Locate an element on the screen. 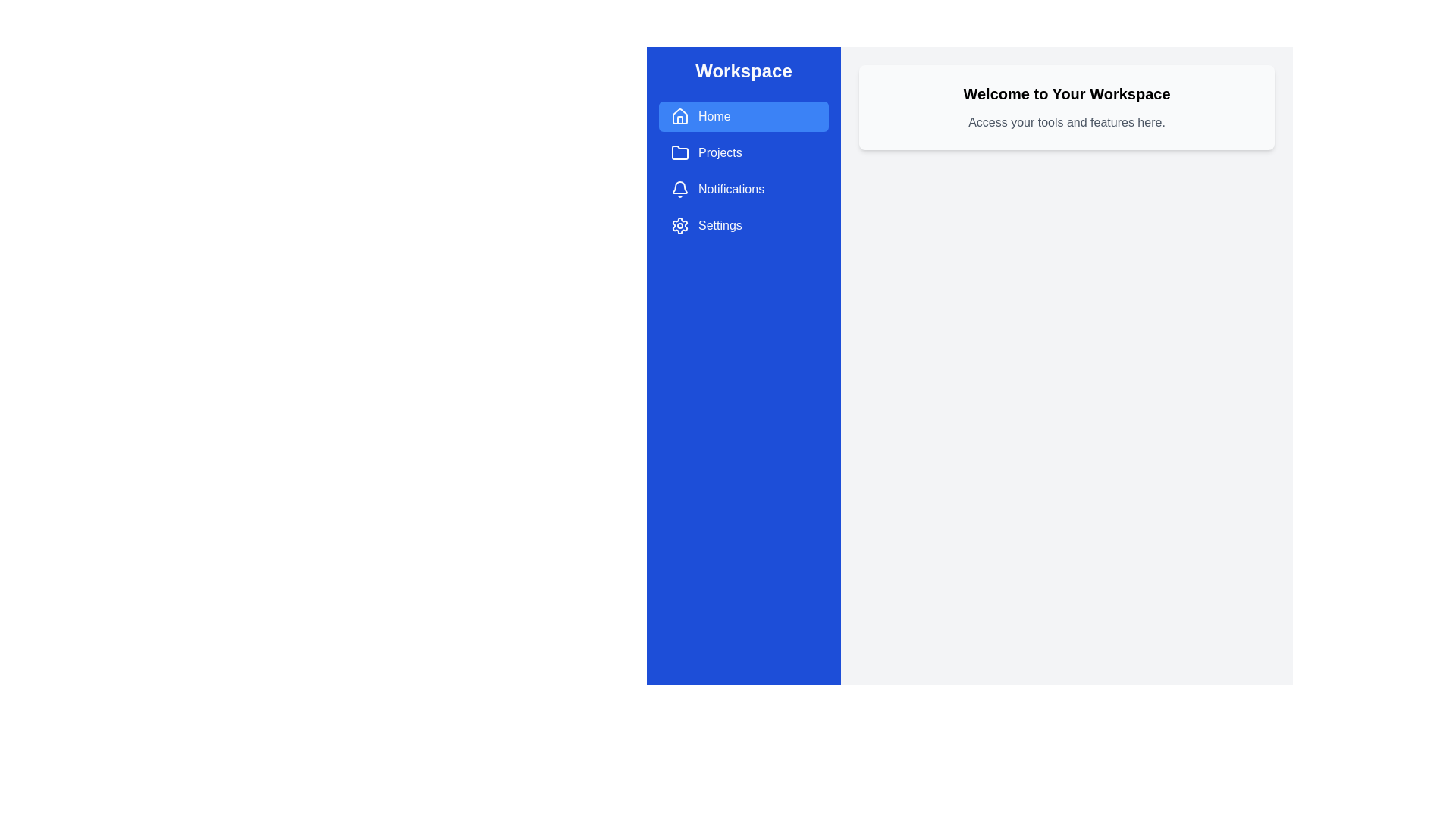  the 'Settings' menu icon in the sidebar is located at coordinates (679, 225).